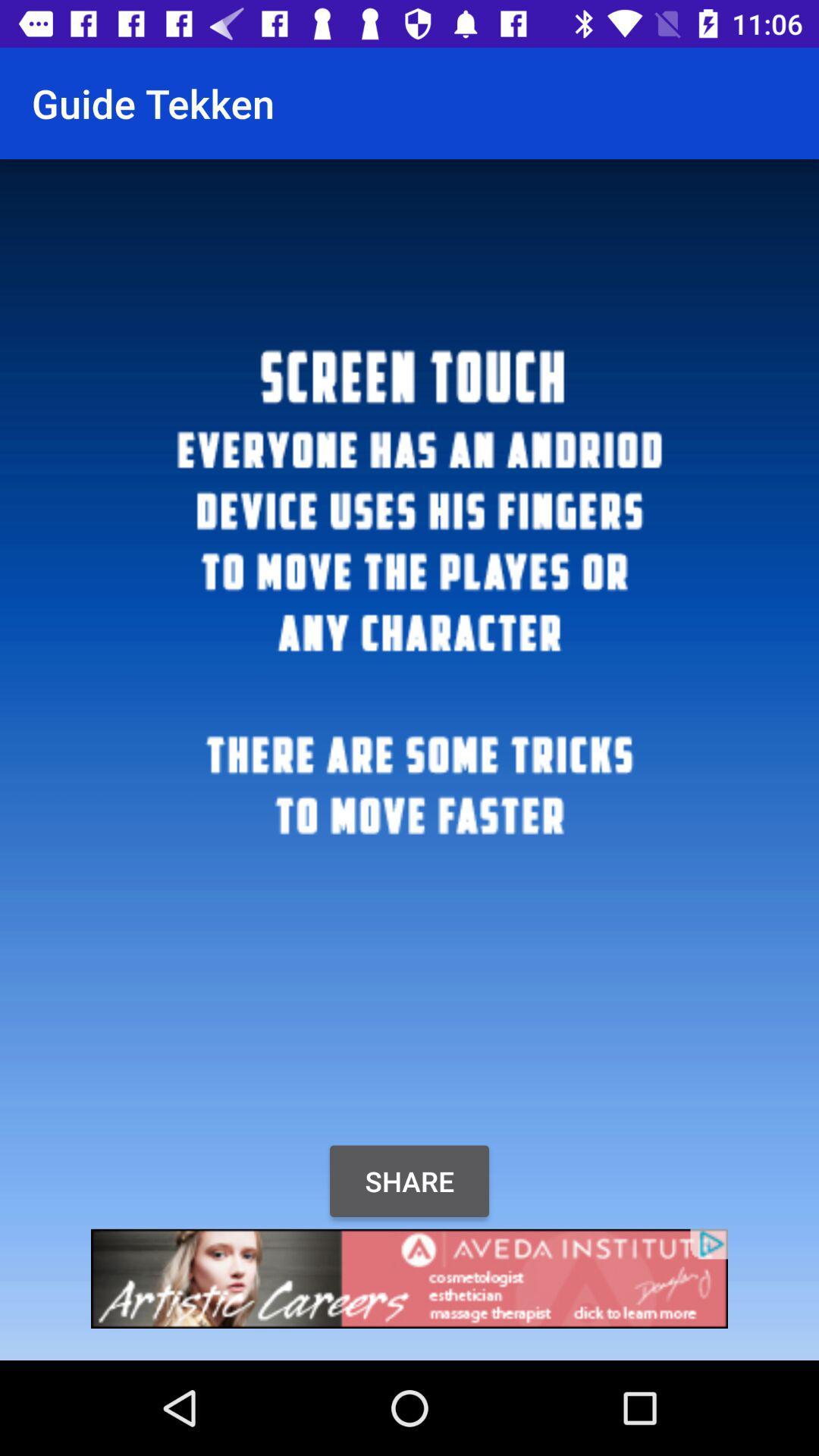 The width and height of the screenshot is (819, 1456). I want to click on advert banner, so click(409, 1278).